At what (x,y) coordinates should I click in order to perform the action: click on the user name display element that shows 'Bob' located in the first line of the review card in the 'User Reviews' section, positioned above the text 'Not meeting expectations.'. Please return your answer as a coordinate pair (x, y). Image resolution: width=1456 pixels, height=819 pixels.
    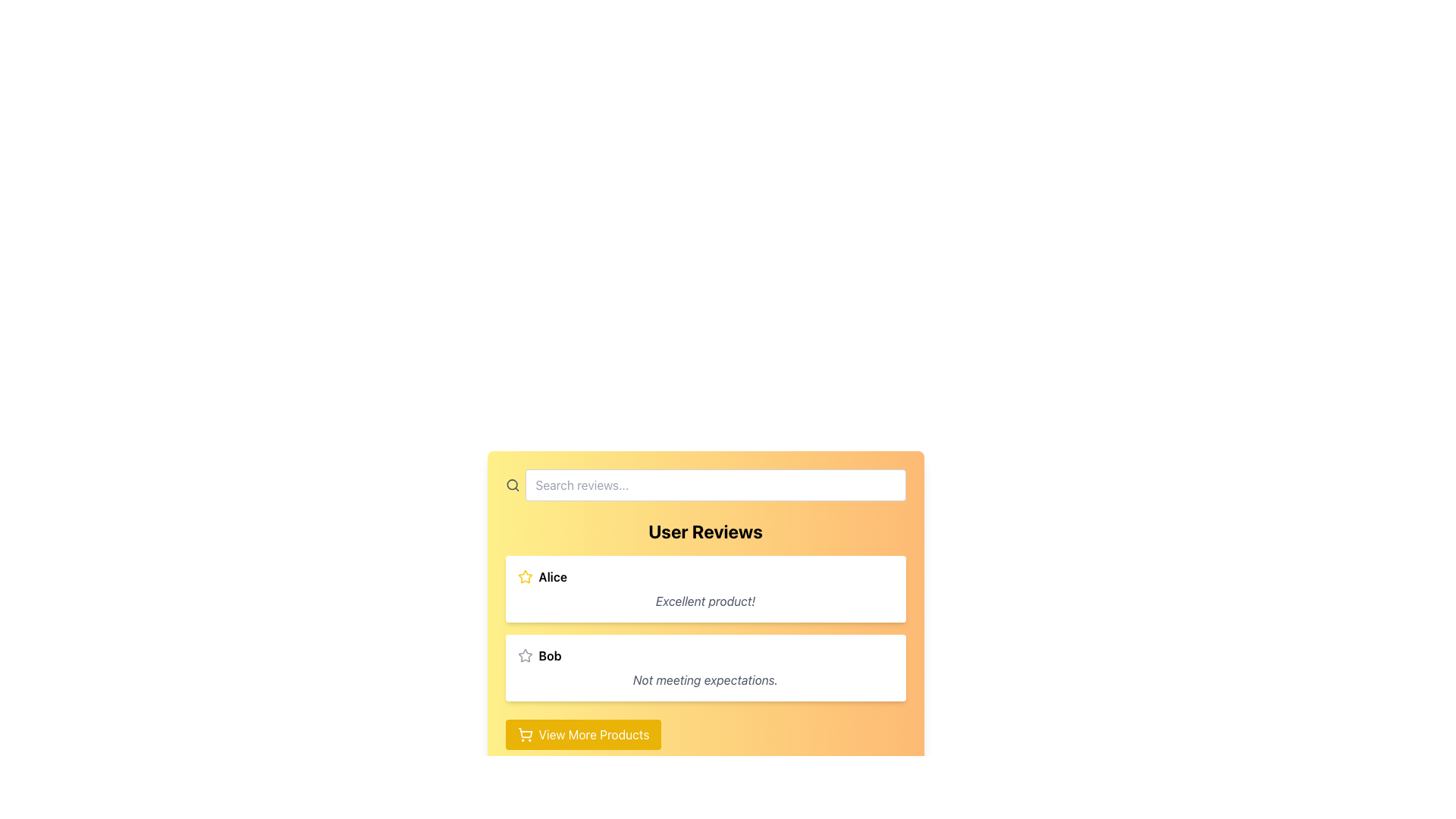
    Looking at the image, I should click on (704, 654).